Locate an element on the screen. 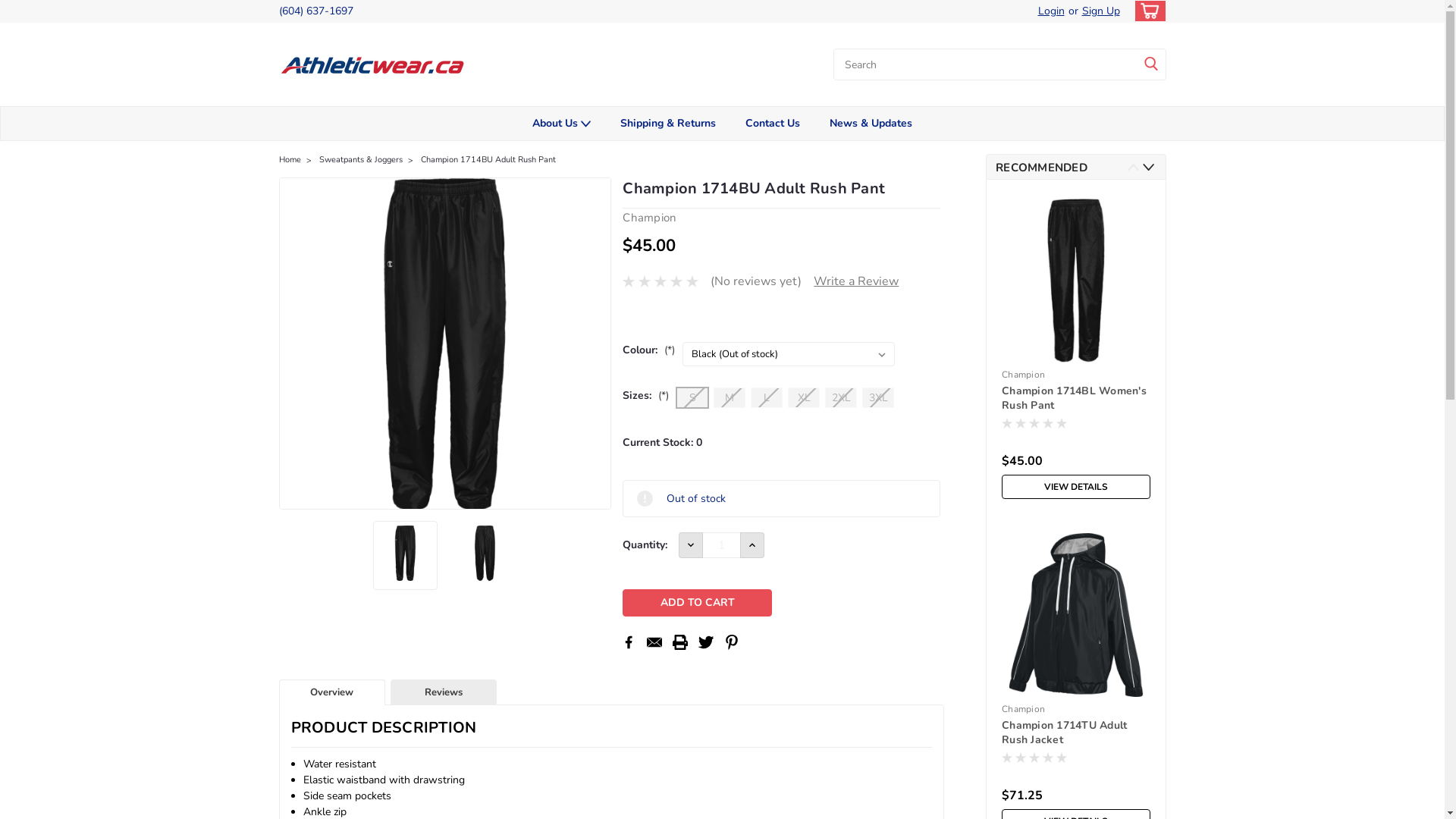  'Previous' is located at coordinates (1132, 167).